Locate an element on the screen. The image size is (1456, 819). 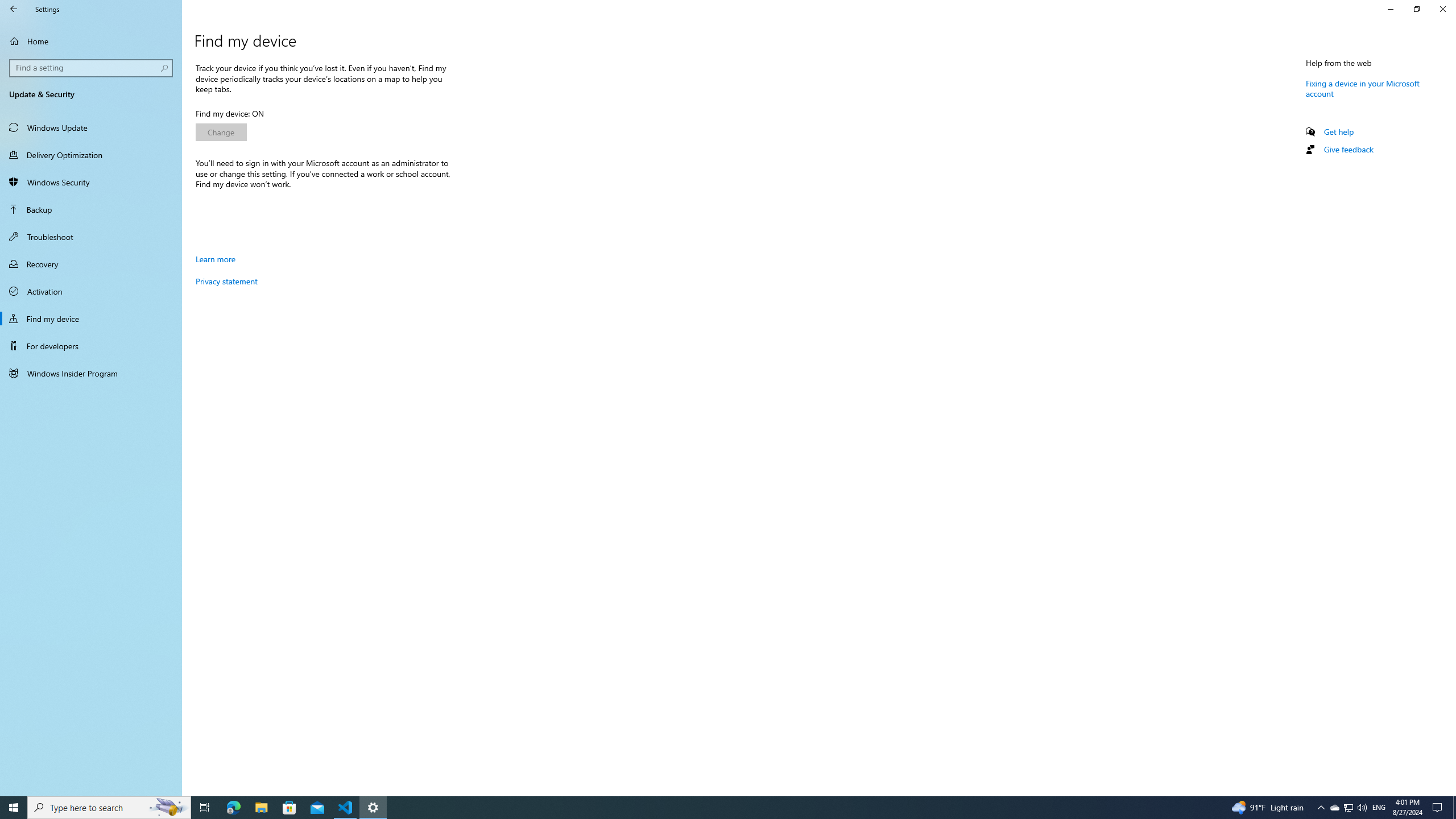
'Change' is located at coordinates (221, 131).